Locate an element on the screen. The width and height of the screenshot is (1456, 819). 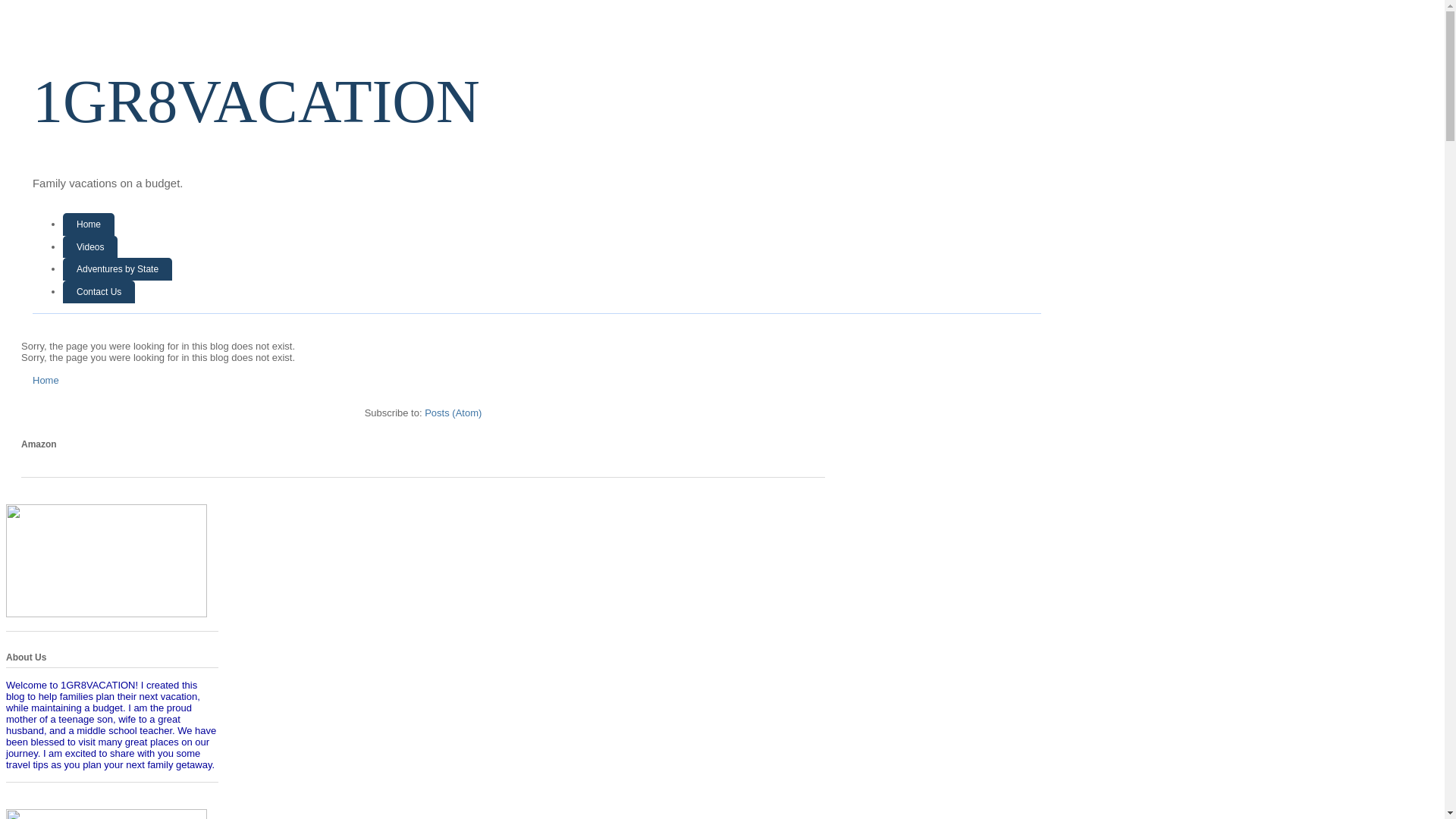
'Posts (Atom)' is located at coordinates (452, 412).